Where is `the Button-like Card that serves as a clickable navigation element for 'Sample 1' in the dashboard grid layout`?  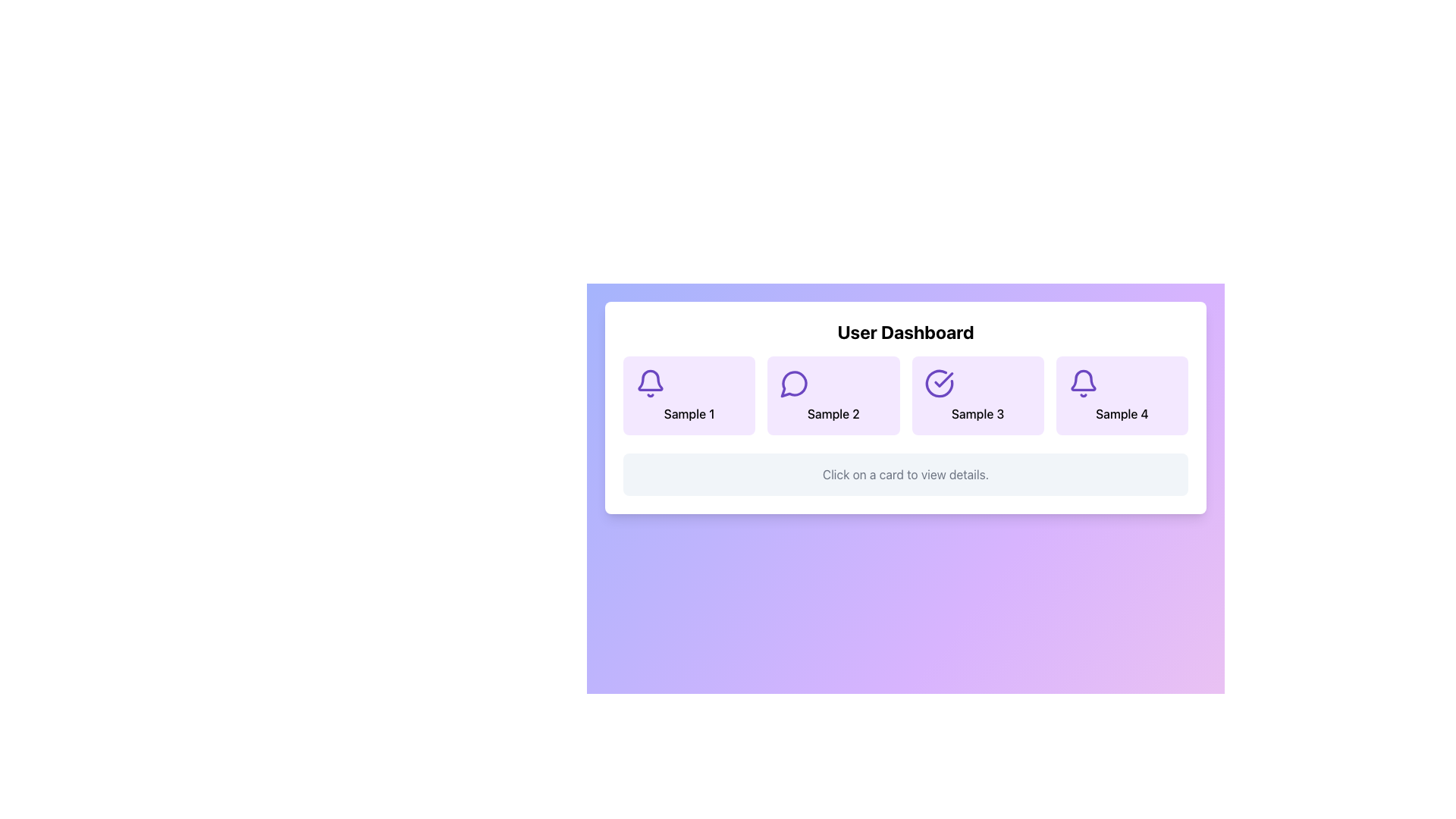 the Button-like Card that serves as a clickable navigation element for 'Sample 1' in the dashboard grid layout is located at coordinates (689, 394).